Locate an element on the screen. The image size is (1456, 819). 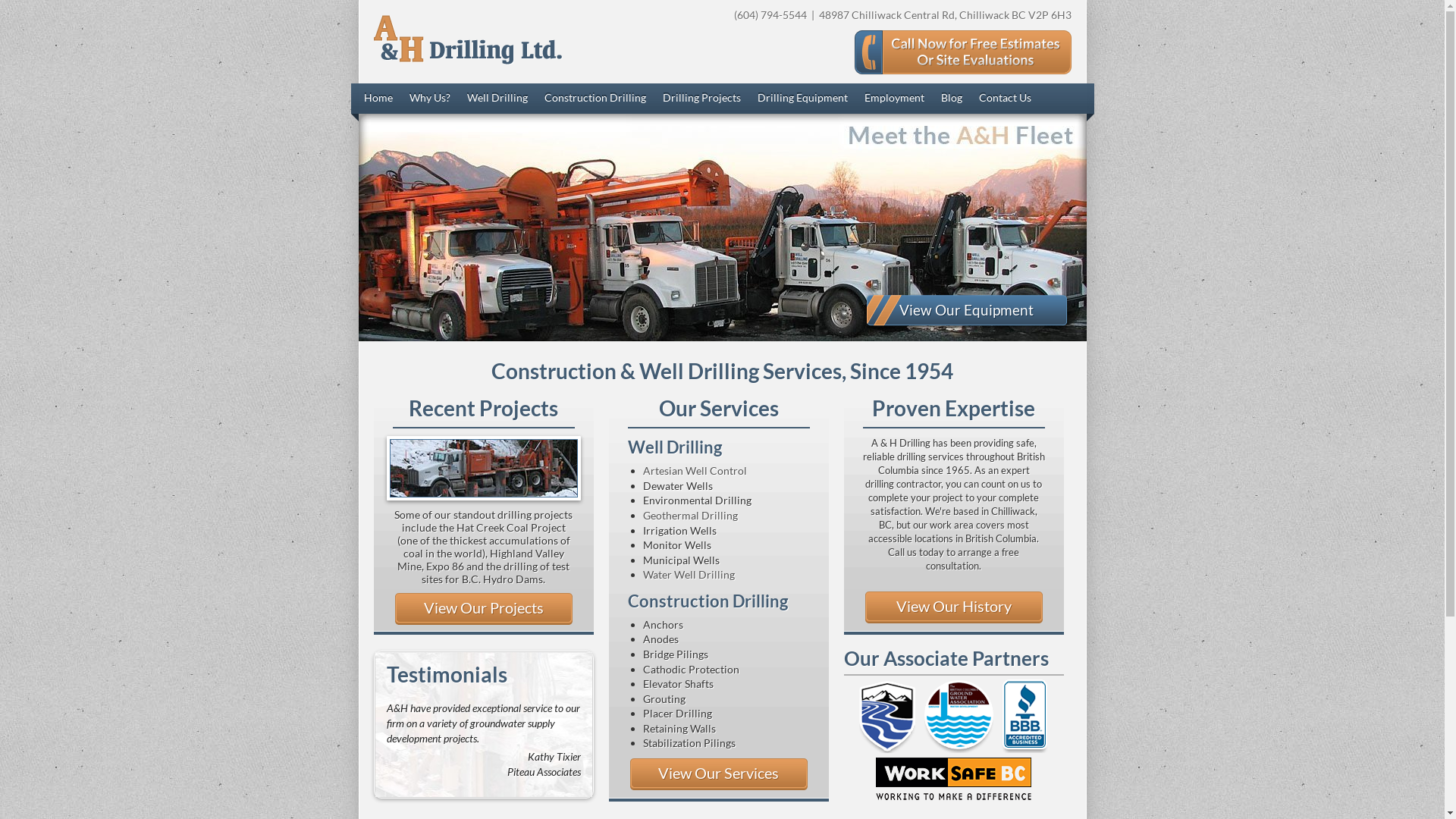
'Blog' is located at coordinates (949, 99).